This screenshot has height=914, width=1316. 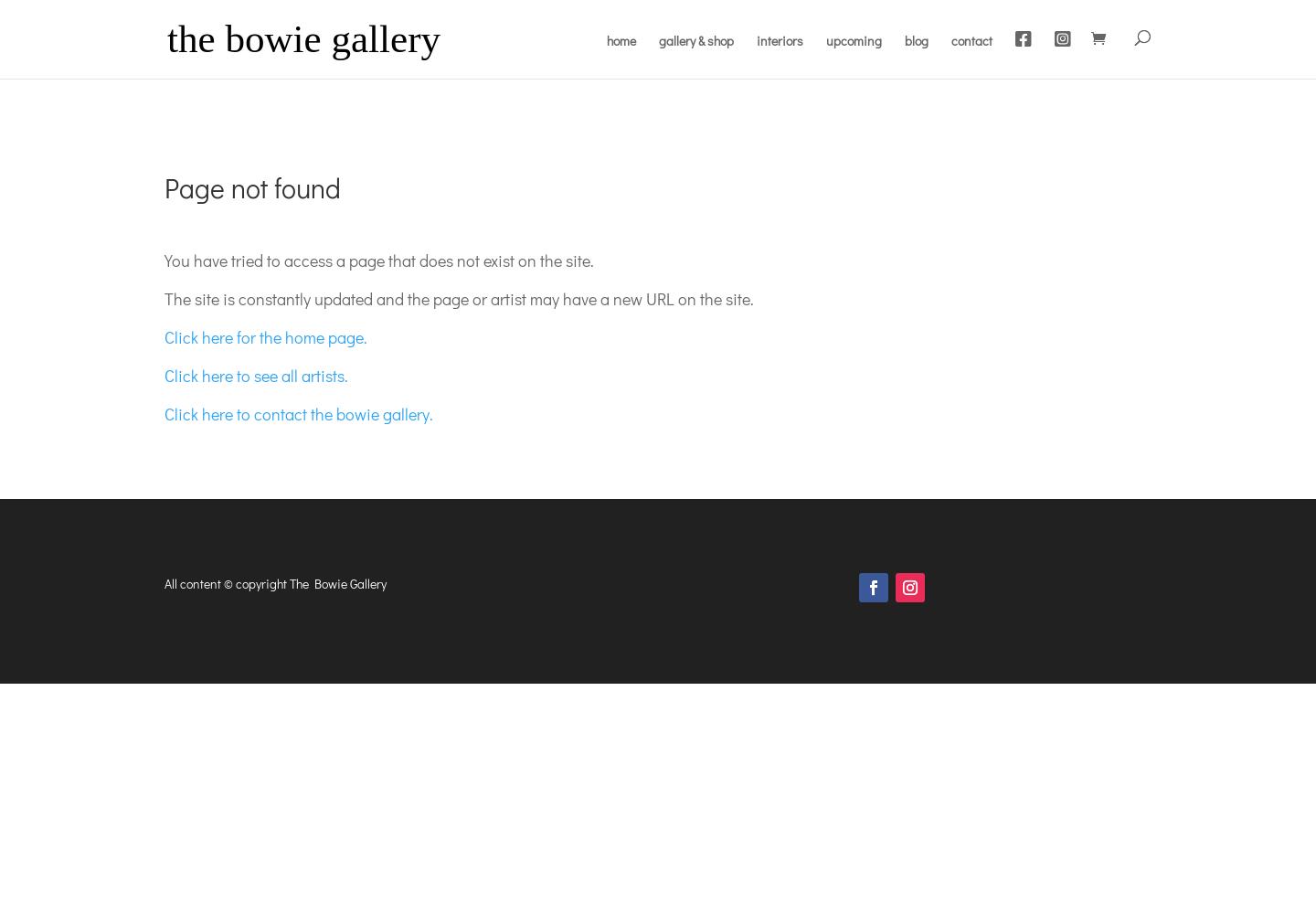 I want to click on 'Click here to contact the bowie gallery.', so click(x=164, y=412).